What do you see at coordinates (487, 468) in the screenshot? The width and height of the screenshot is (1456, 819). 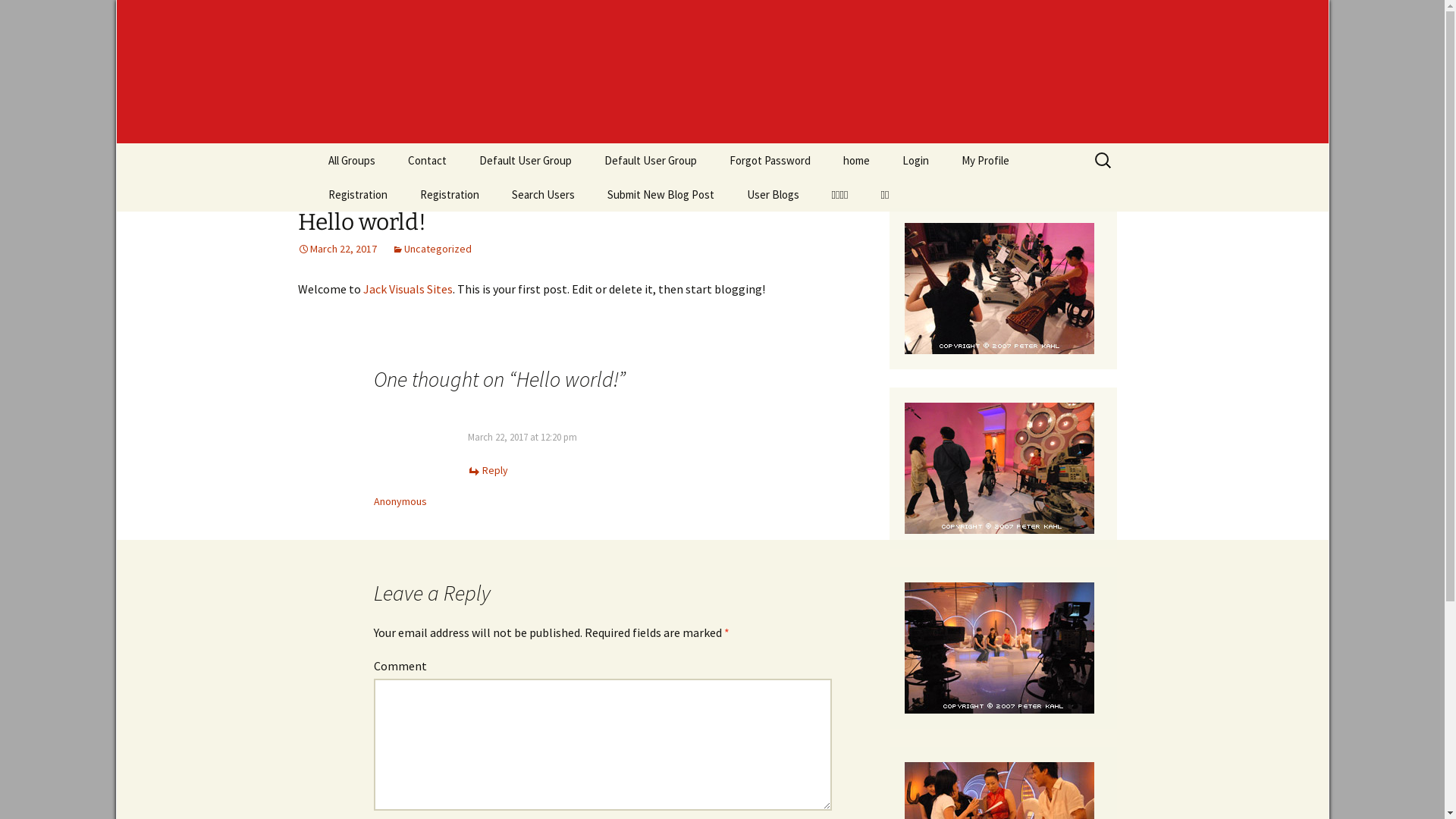 I see `'Reply'` at bounding box center [487, 468].